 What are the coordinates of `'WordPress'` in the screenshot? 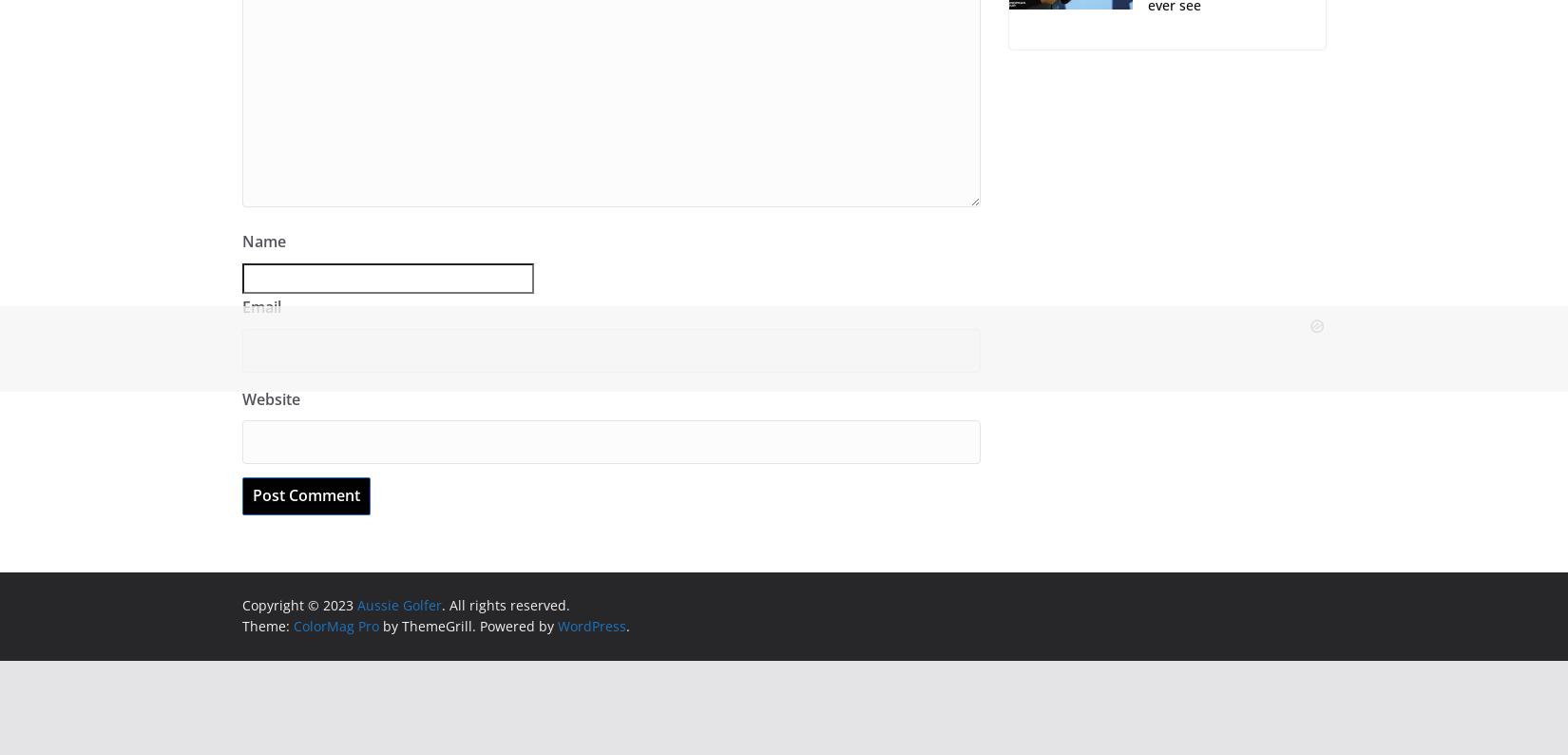 It's located at (557, 625).